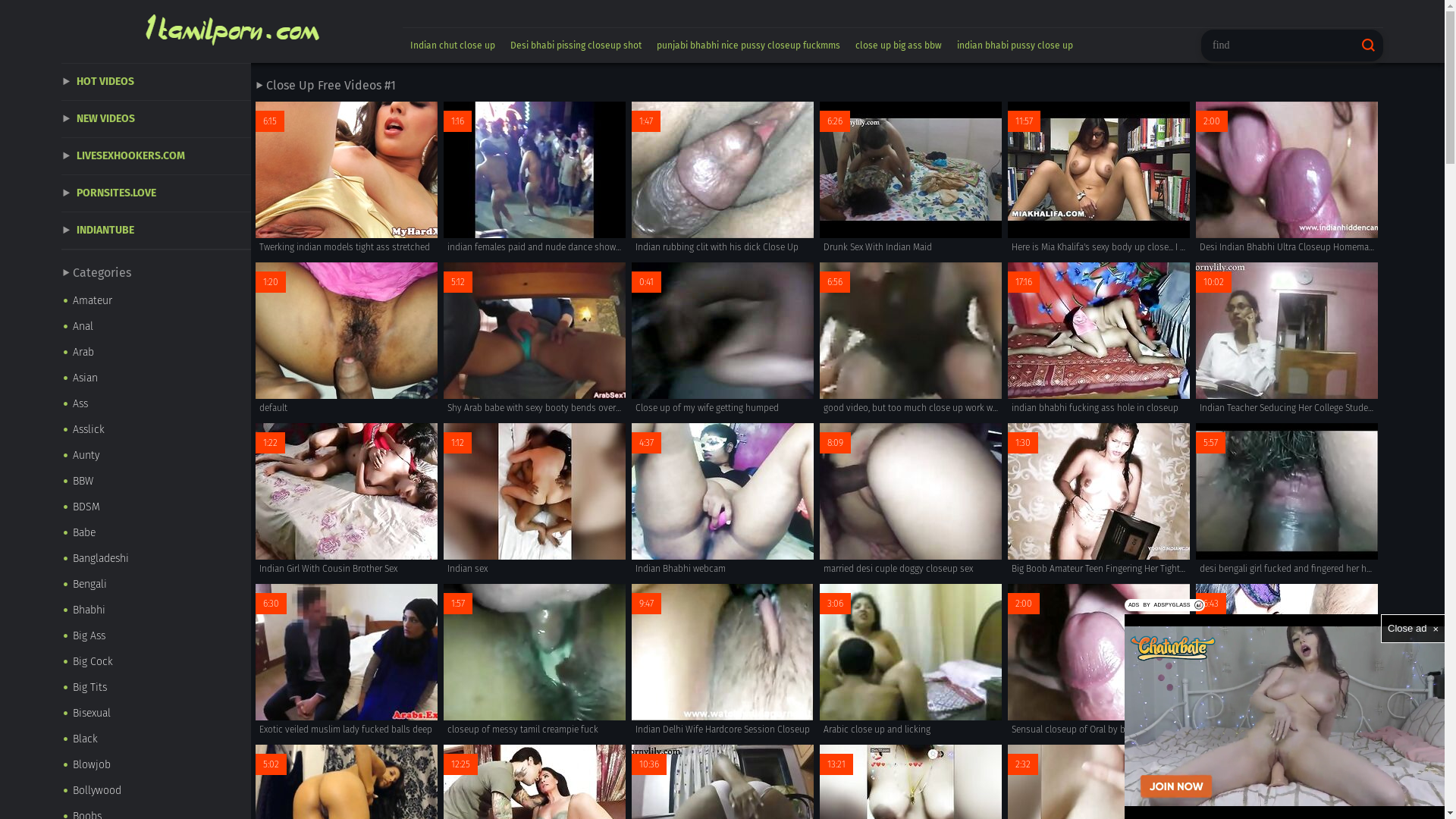 The image size is (1456, 819). What do you see at coordinates (61, 231) in the screenshot?
I see `'INDIANTUBE'` at bounding box center [61, 231].